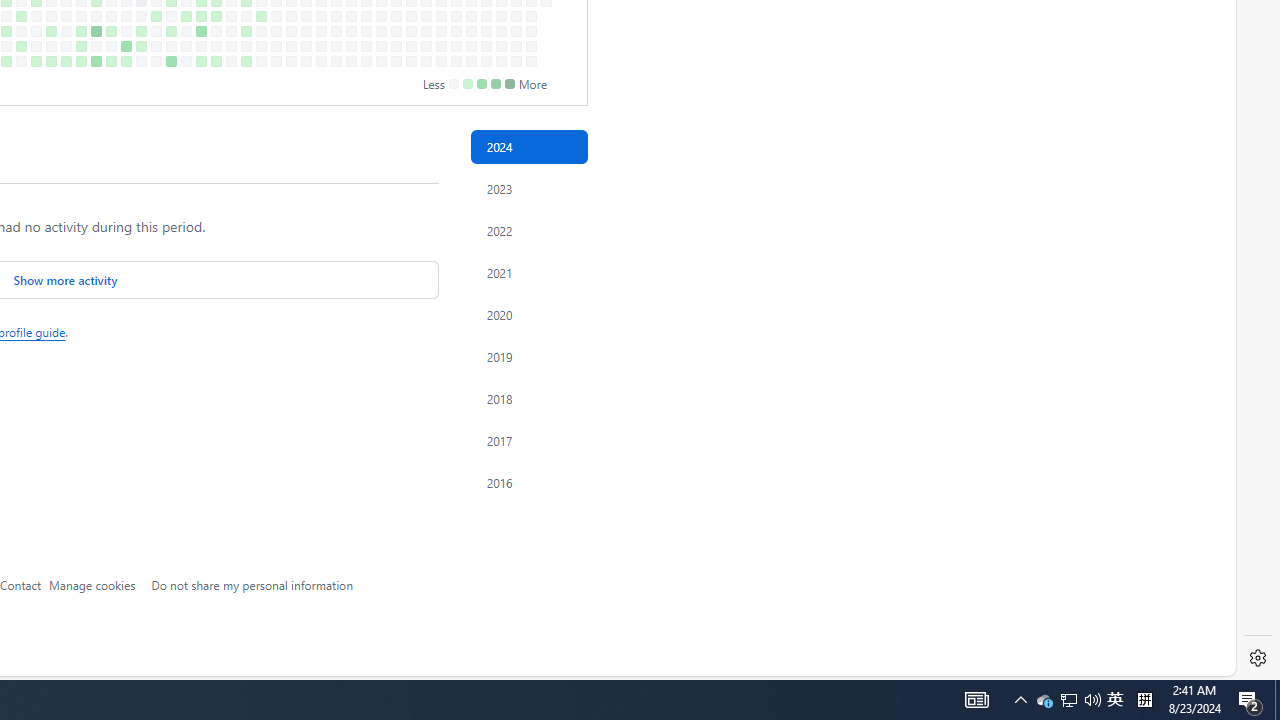 This screenshot has width=1280, height=720. Describe the element at coordinates (528, 355) in the screenshot. I see `'2019'` at that location.